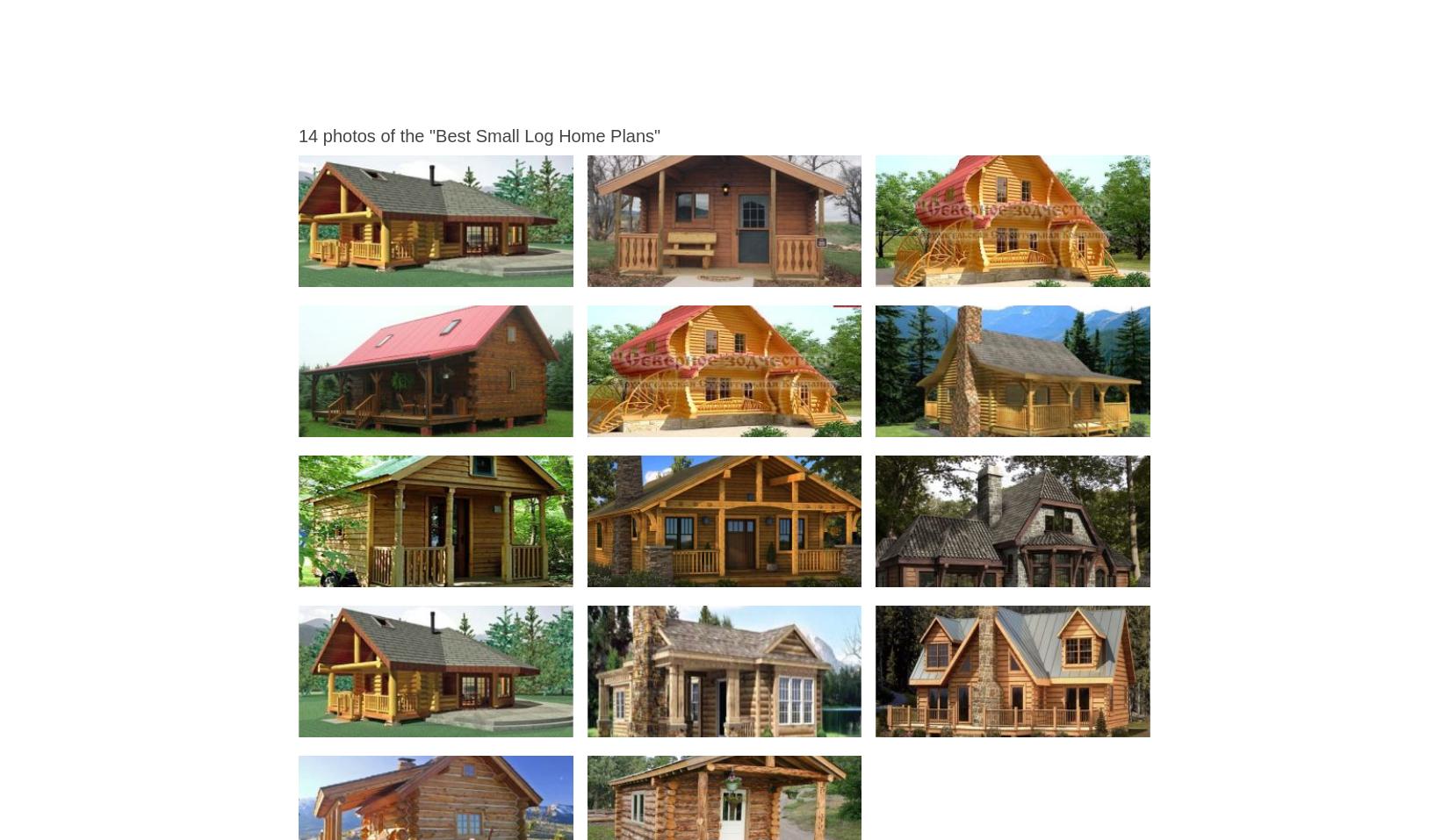 The width and height of the screenshot is (1449, 840). I want to click on 'Best Small Log Home Plans Best Small Log Cabin Kits Small Log Cabin Kits Floor Plans', so click(797, 271).